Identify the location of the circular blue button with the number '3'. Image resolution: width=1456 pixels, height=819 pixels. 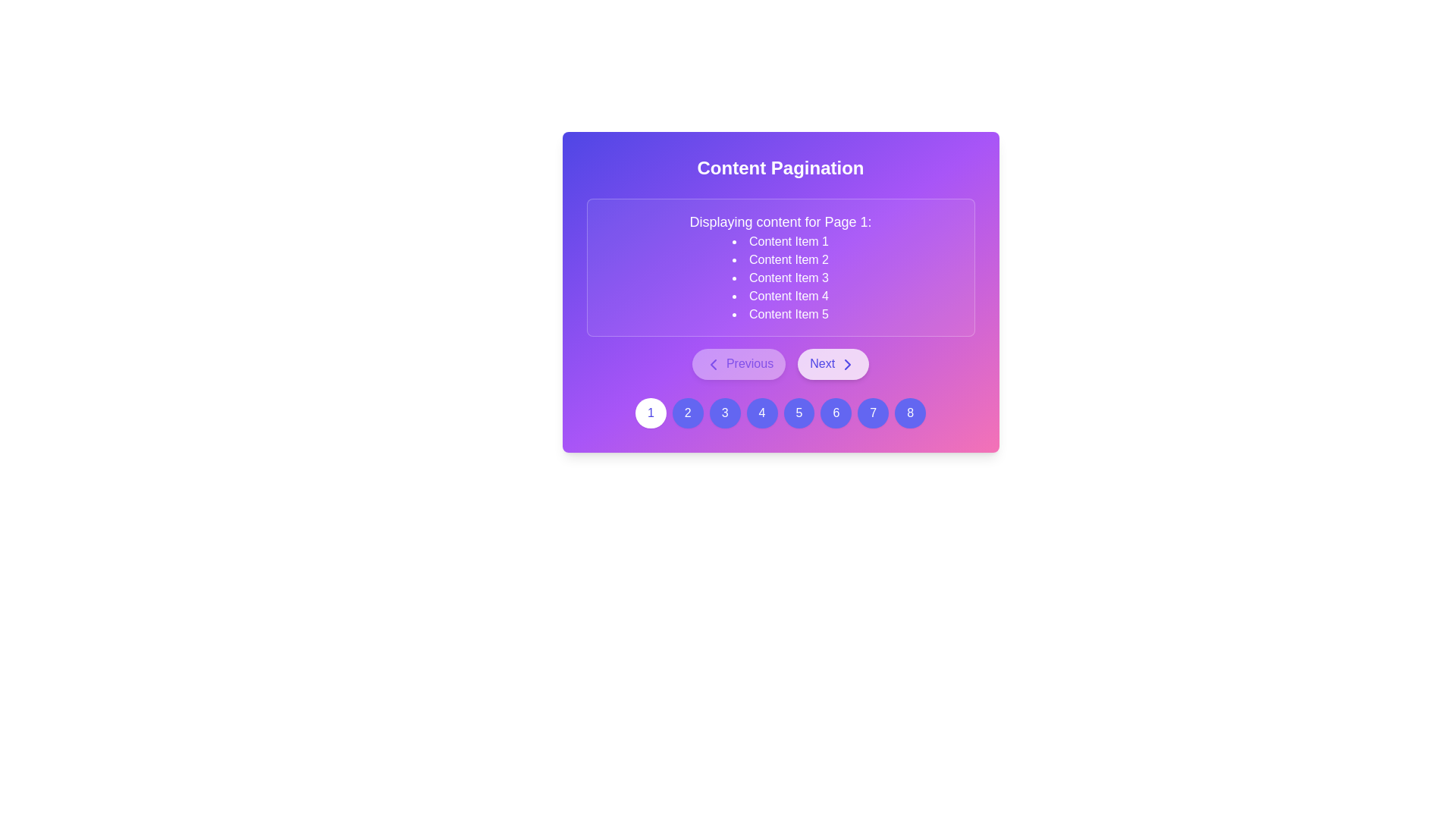
(724, 413).